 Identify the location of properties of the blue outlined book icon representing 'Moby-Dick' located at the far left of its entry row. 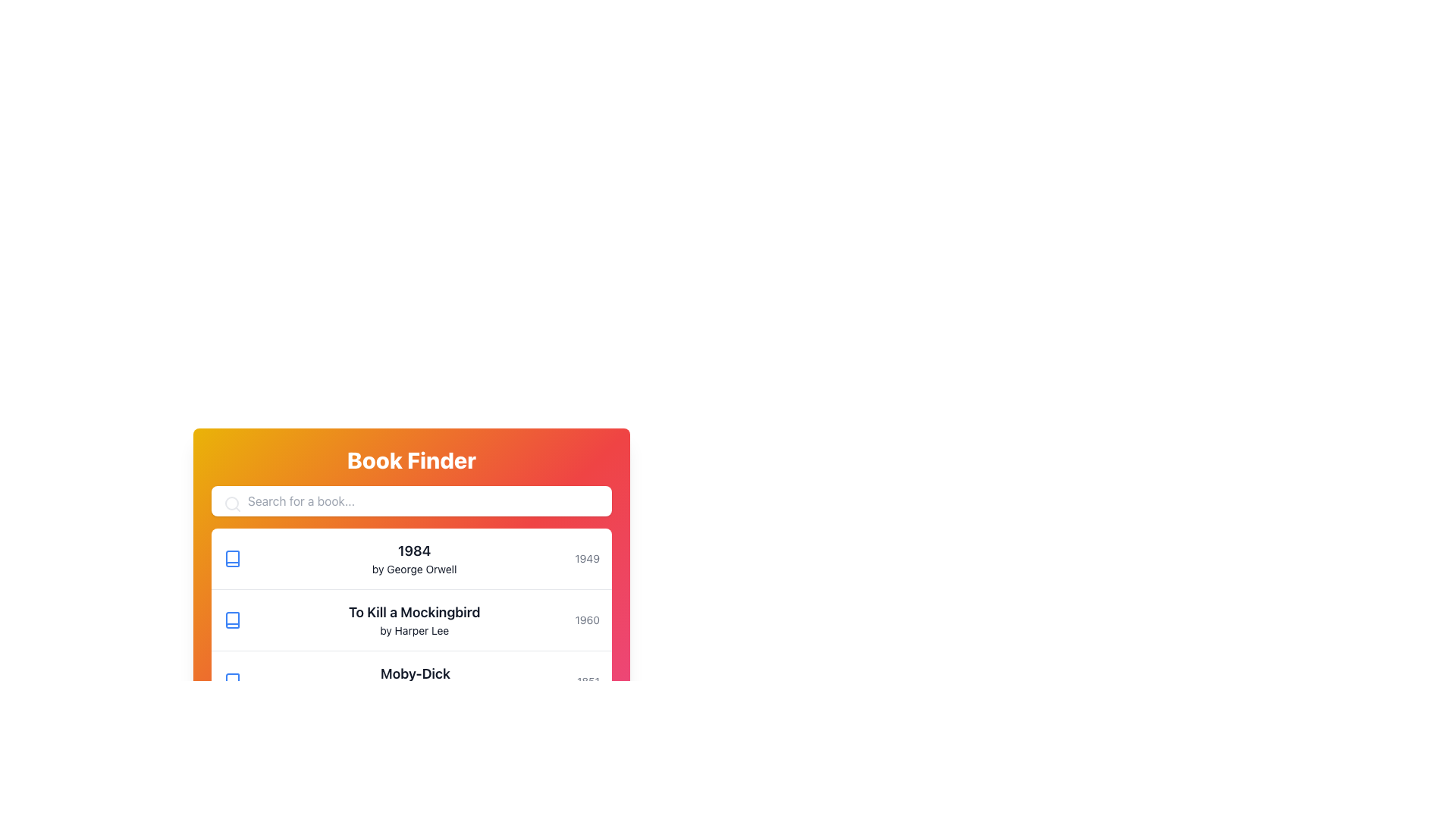
(232, 680).